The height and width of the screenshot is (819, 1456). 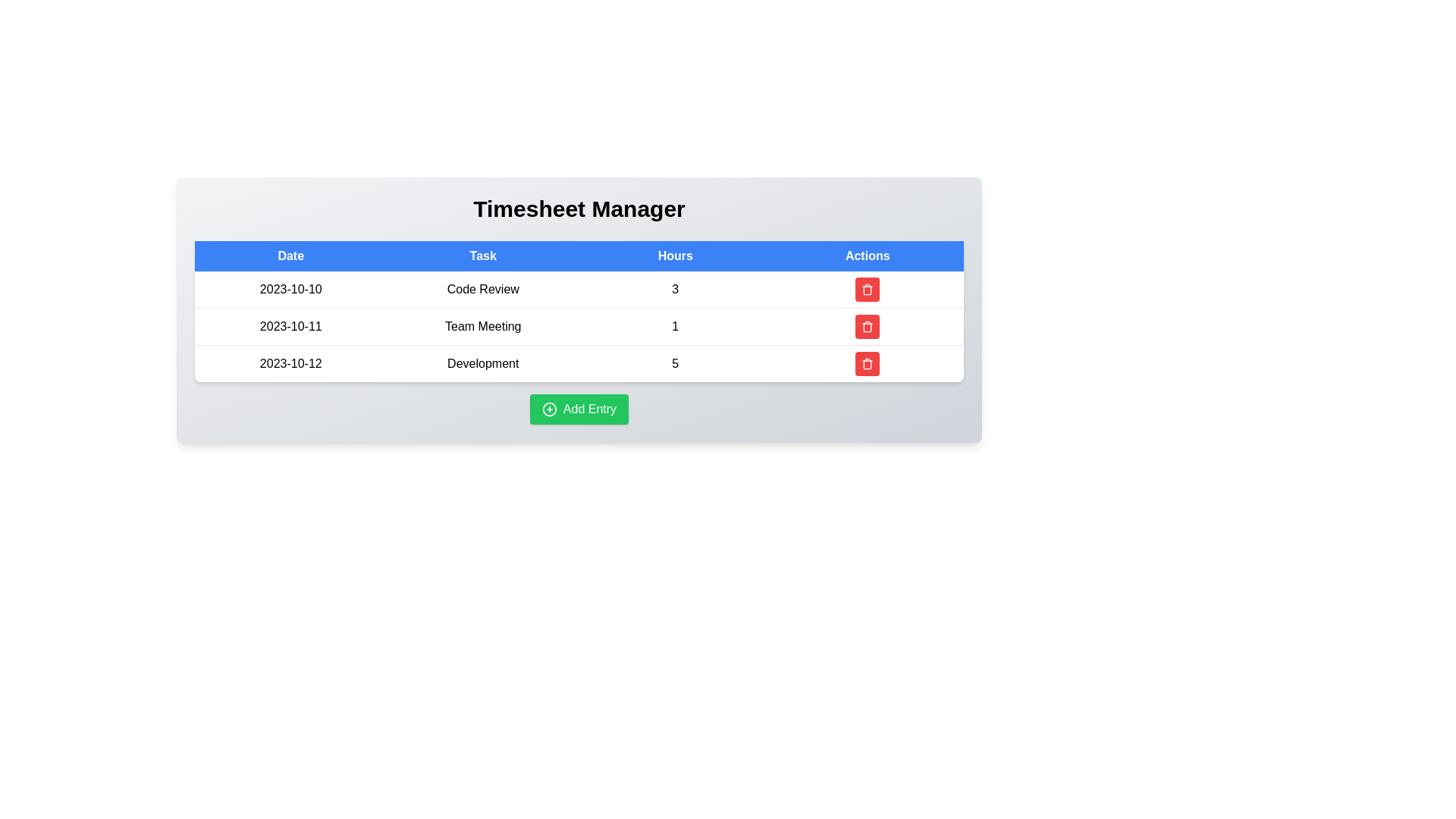 What do you see at coordinates (482, 290) in the screenshot?
I see `the table cell displaying 'Code Review' located in the first row, second column of the table` at bounding box center [482, 290].